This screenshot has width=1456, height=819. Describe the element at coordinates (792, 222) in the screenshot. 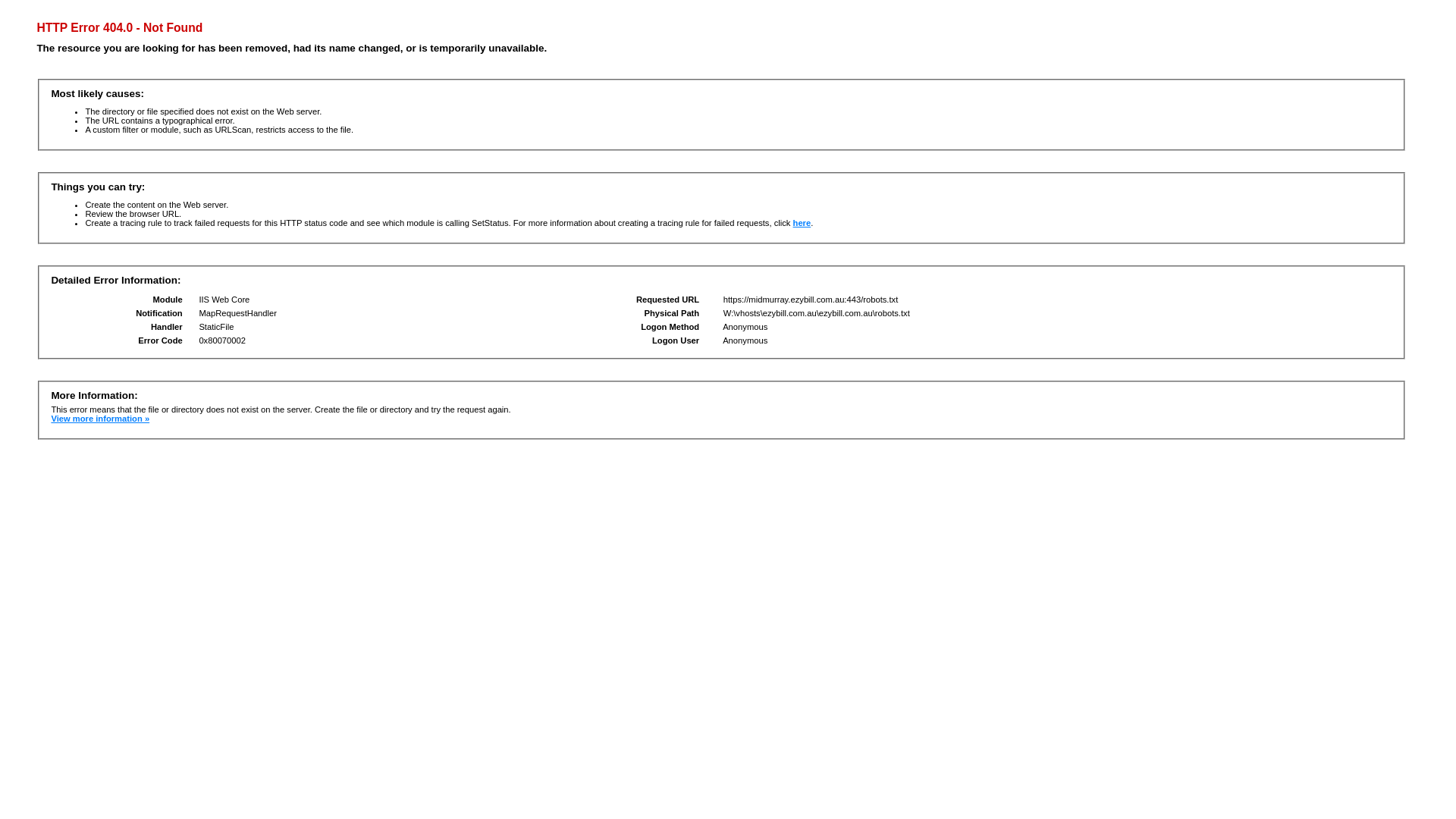

I see `'here'` at that location.